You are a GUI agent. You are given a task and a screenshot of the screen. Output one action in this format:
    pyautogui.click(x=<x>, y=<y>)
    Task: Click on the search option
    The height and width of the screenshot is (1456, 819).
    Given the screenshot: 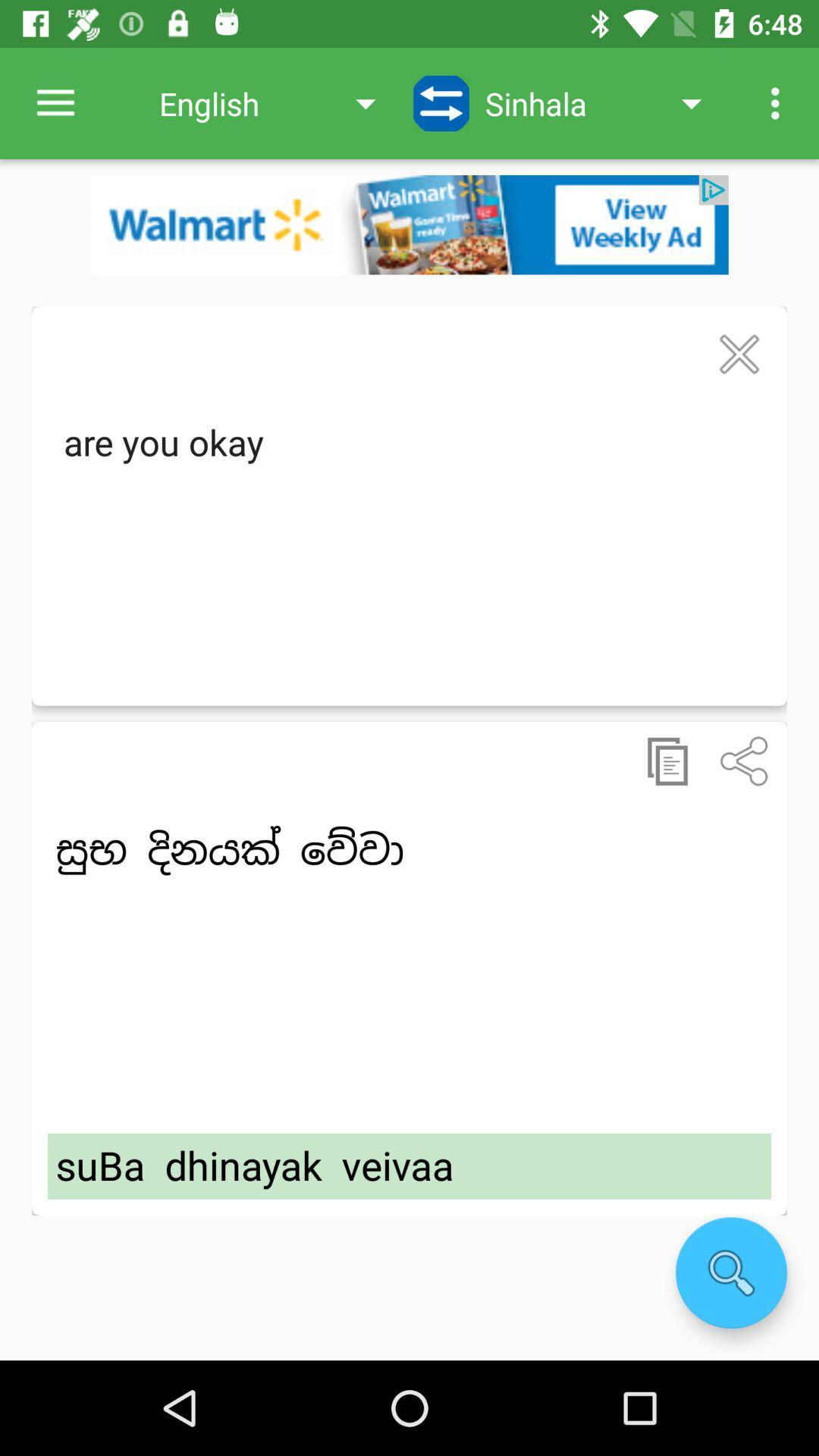 What is the action you would take?
    pyautogui.click(x=730, y=1272)
    